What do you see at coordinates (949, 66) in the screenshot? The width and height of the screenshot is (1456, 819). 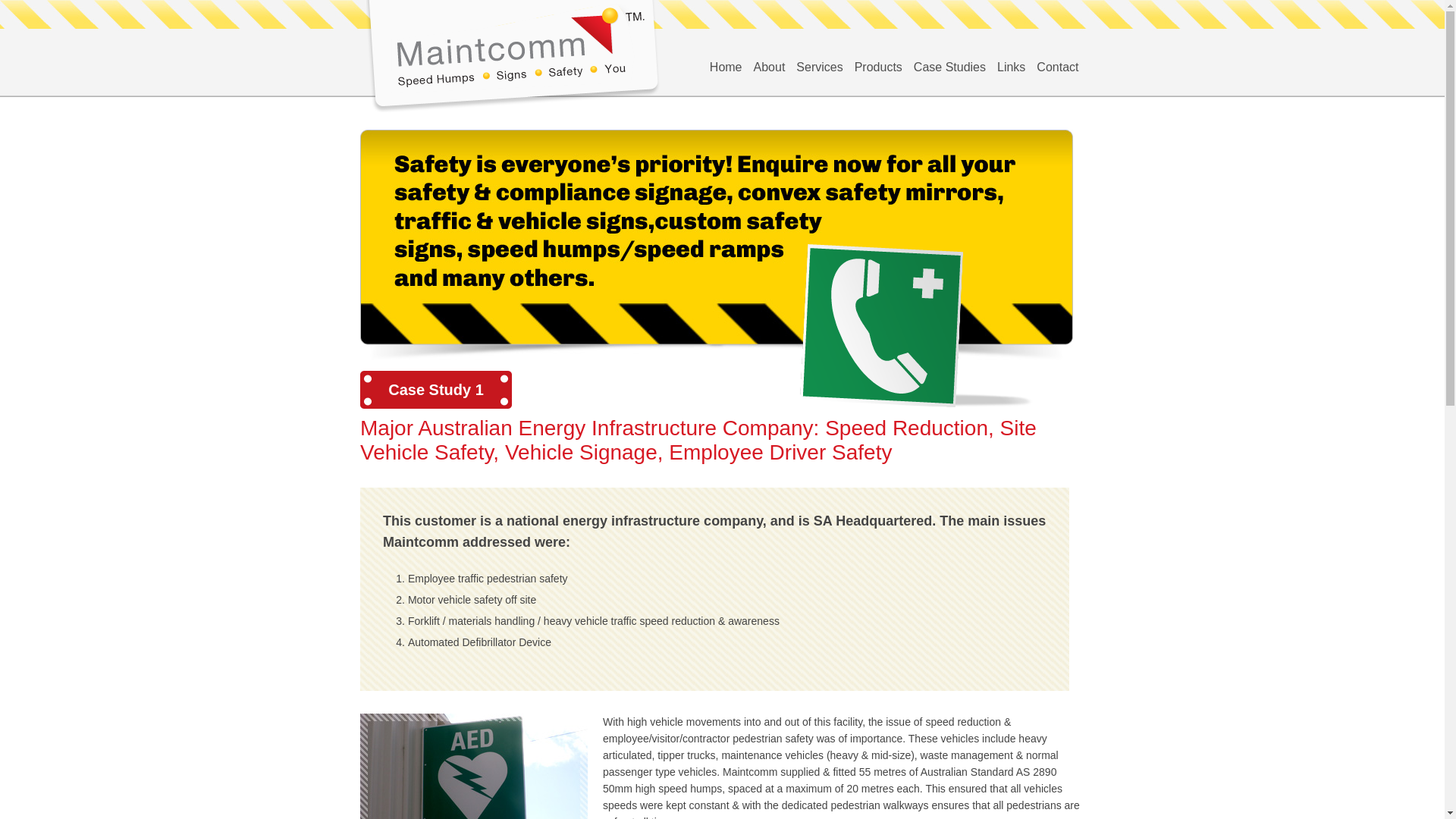 I see `'Case Studies'` at bounding box center [949, 66].